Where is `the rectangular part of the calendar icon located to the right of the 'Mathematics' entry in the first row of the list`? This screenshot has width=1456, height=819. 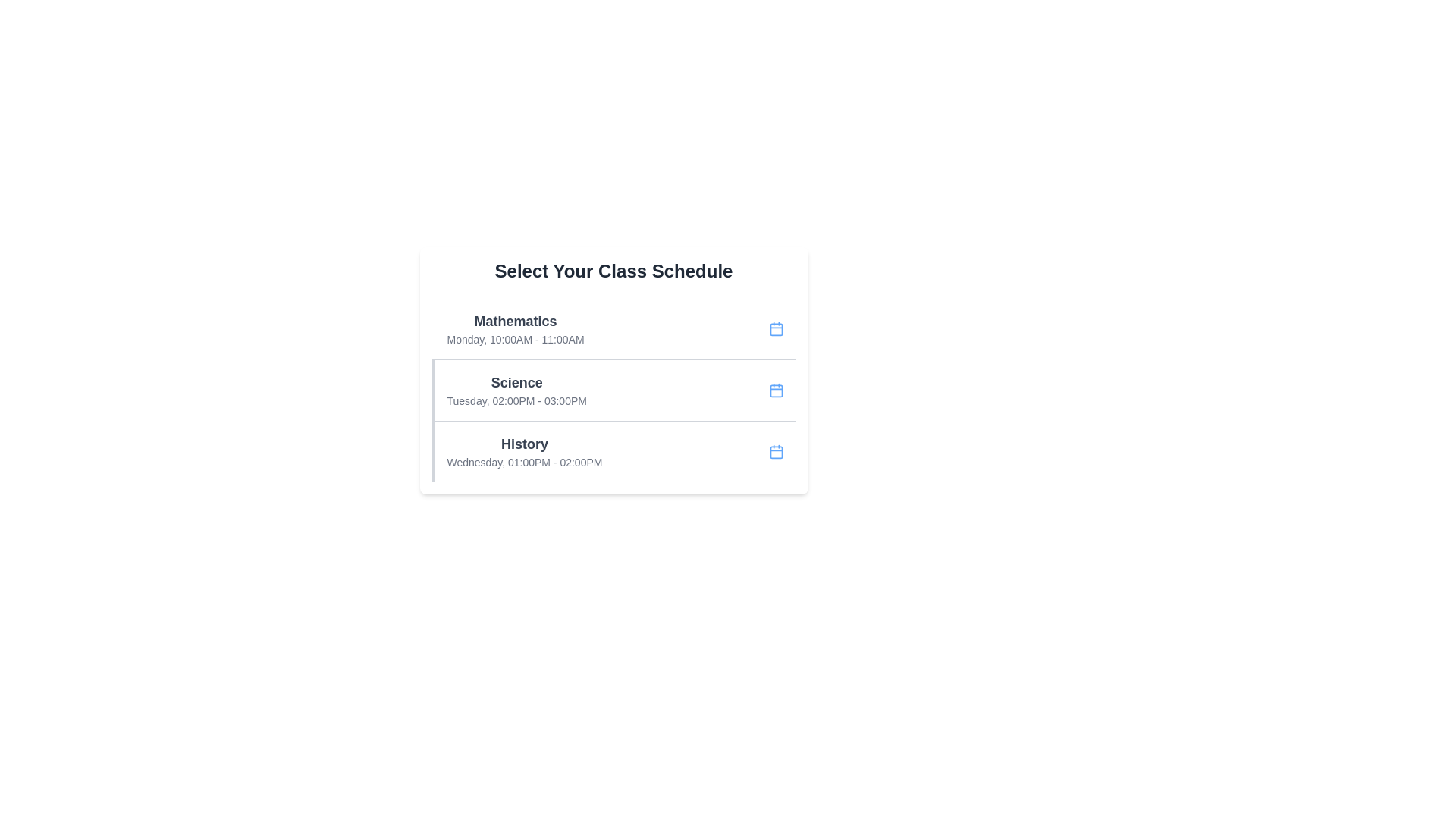 the rectangular part of the calendar icon located to the right of the 'Mathematics' entry in the first row of the list is located at coordinates (776, 328).